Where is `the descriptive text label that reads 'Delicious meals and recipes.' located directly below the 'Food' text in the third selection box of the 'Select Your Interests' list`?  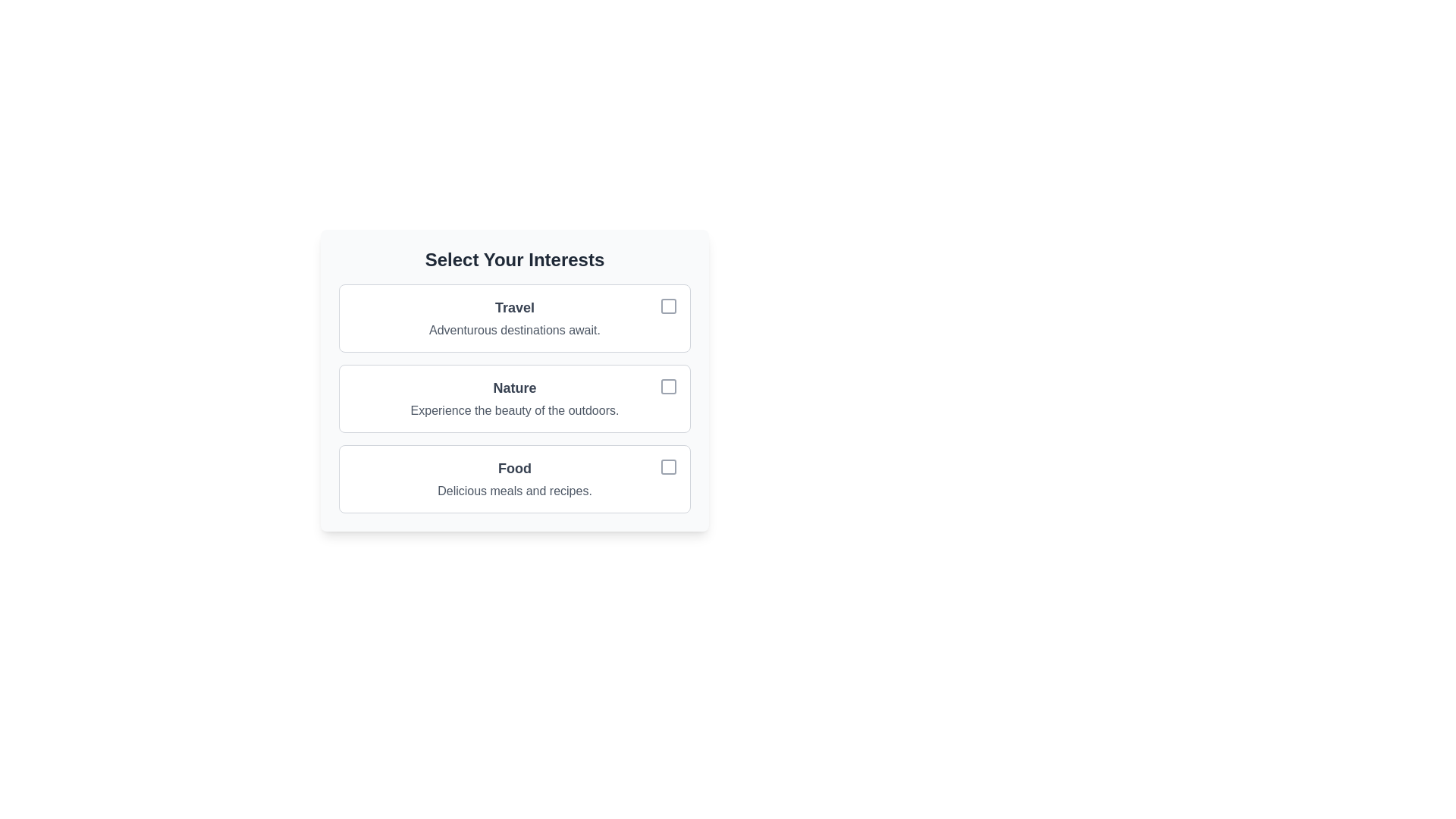 the descriptive text label that reads 'Delicious meals and recipes.' located directly below the 'Food' text in the third selection box of the 'Select Your Interests' list is located at coordinates (514, 491).